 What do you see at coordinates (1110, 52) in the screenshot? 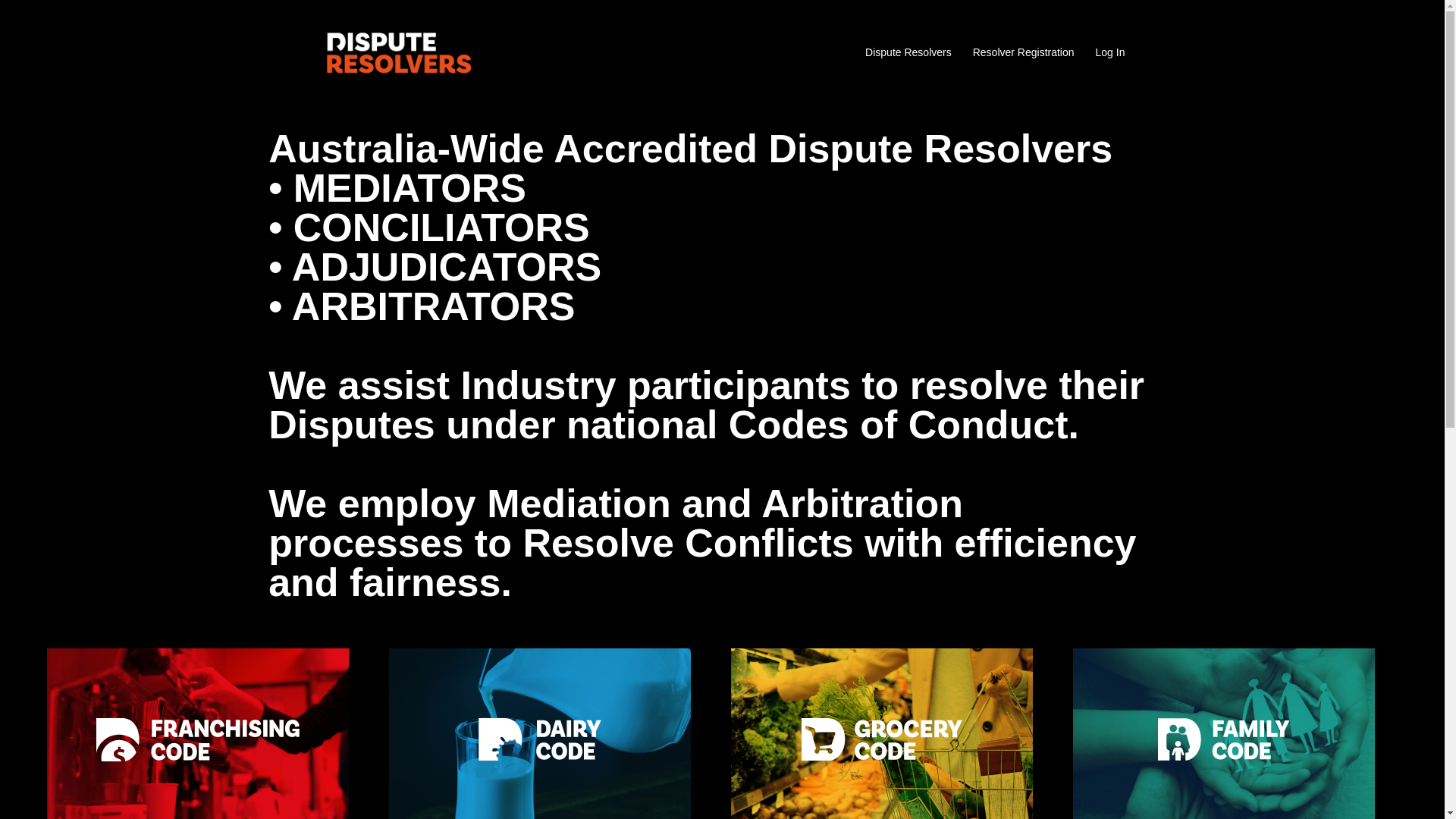
I see `'Log In'` at bounding box center [1110, 52].